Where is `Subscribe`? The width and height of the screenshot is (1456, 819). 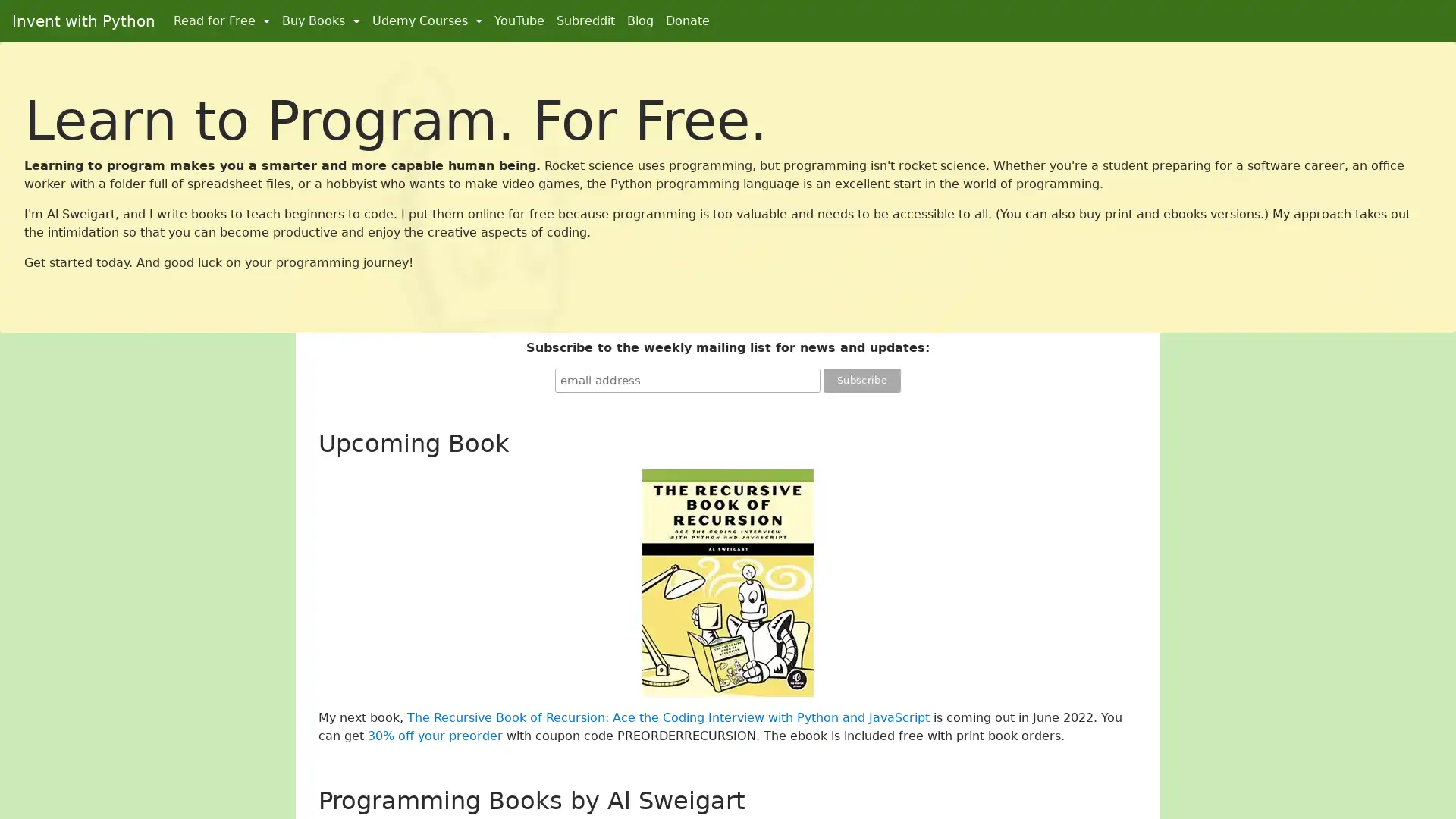
Subscribe is located at coordinates (861, 379).